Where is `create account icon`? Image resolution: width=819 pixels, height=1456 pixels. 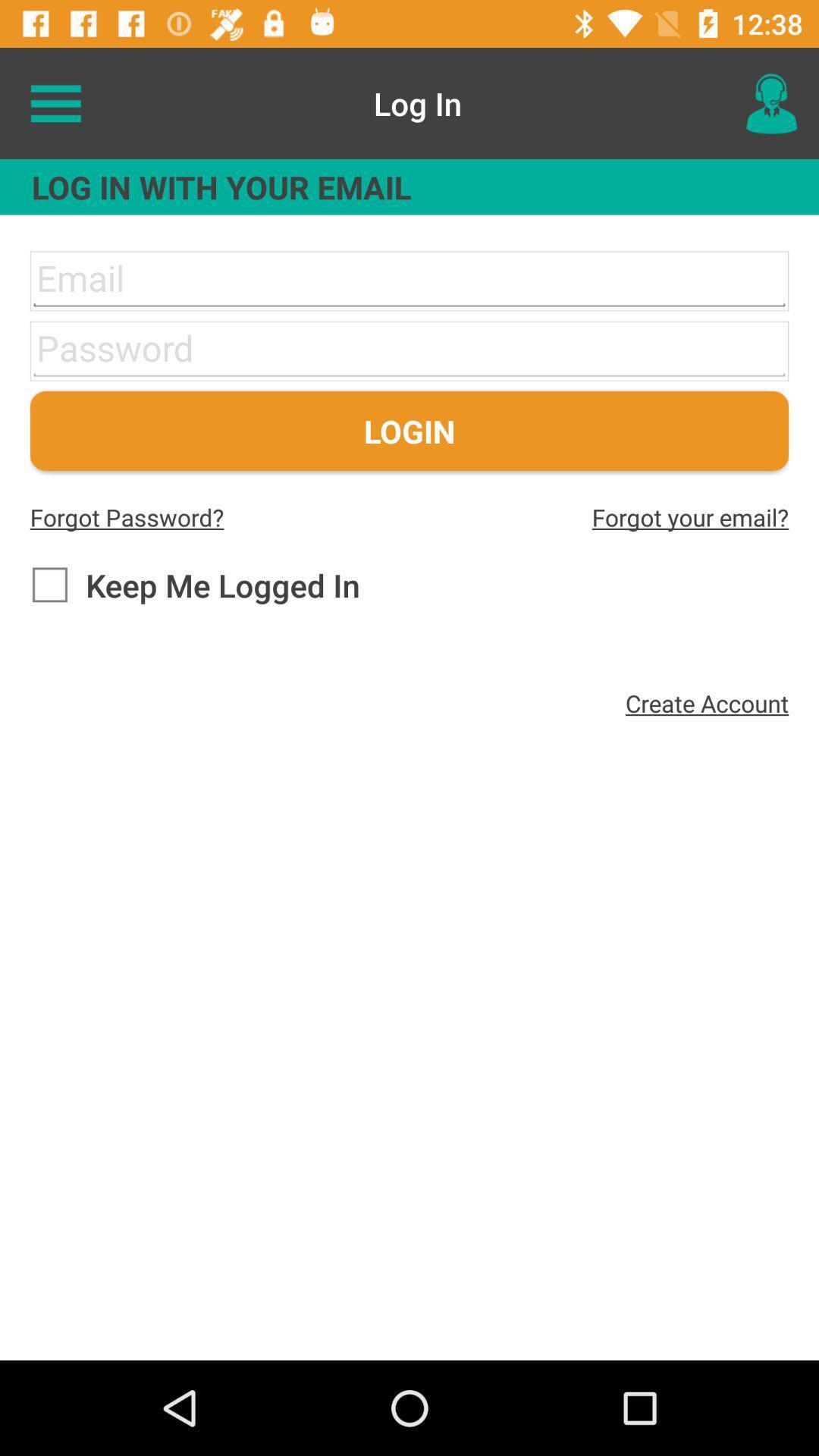
create account icon is located at coordinates (707, 702).